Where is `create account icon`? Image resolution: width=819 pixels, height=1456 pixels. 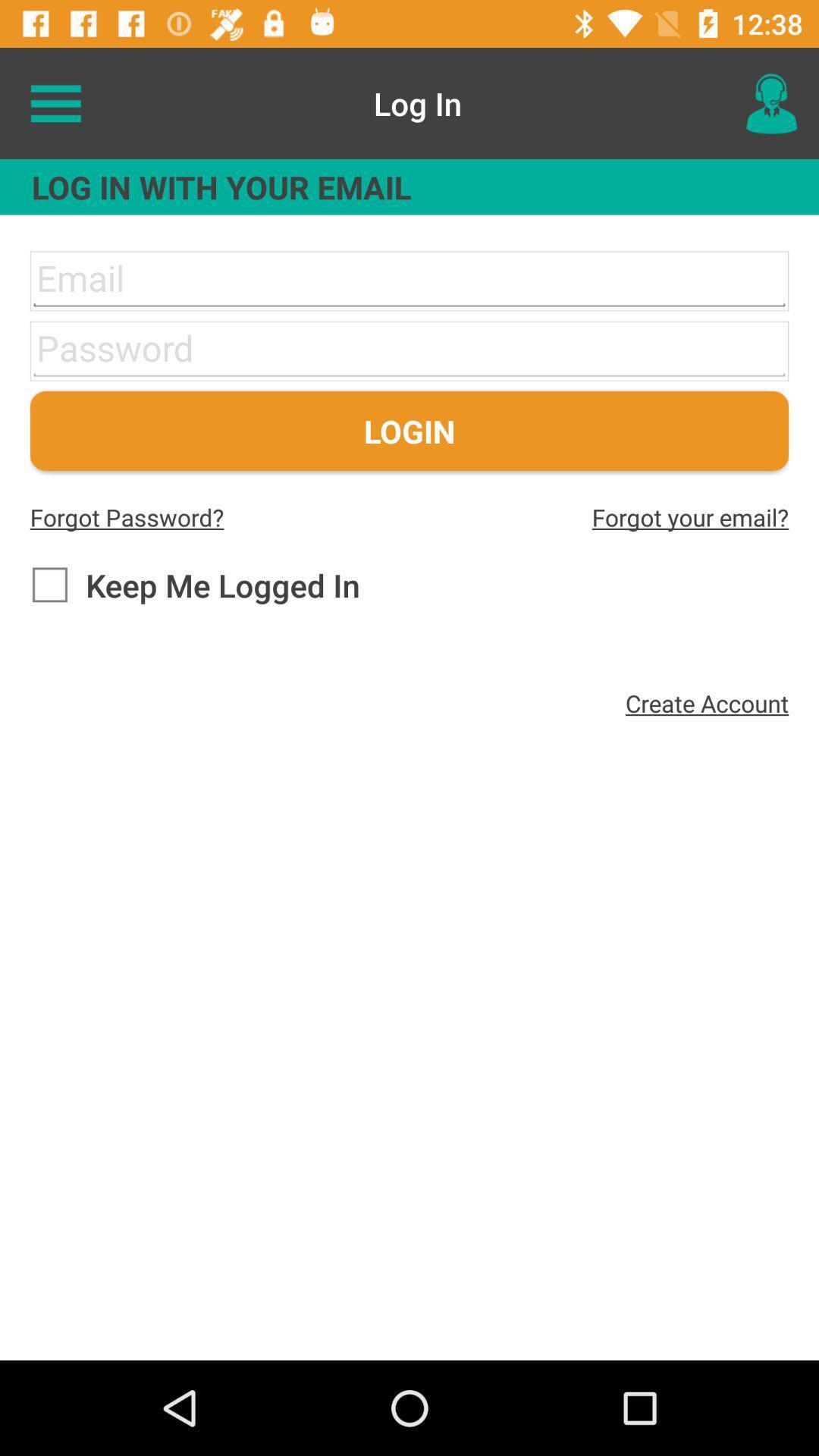
create account icon is located at coordinates (707, 702).